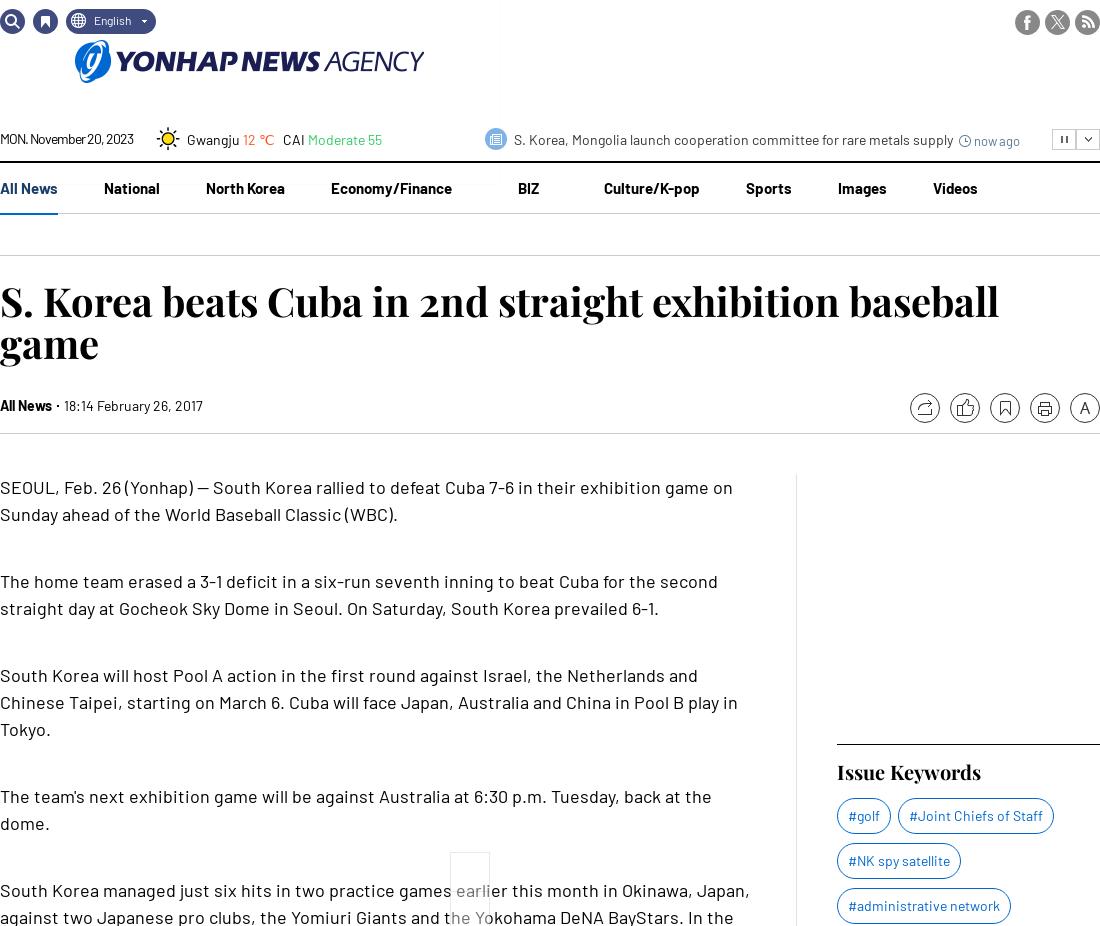 This screenshot has width=1100, height=926. I want to click on '(Copyright)', so click(548, 18).